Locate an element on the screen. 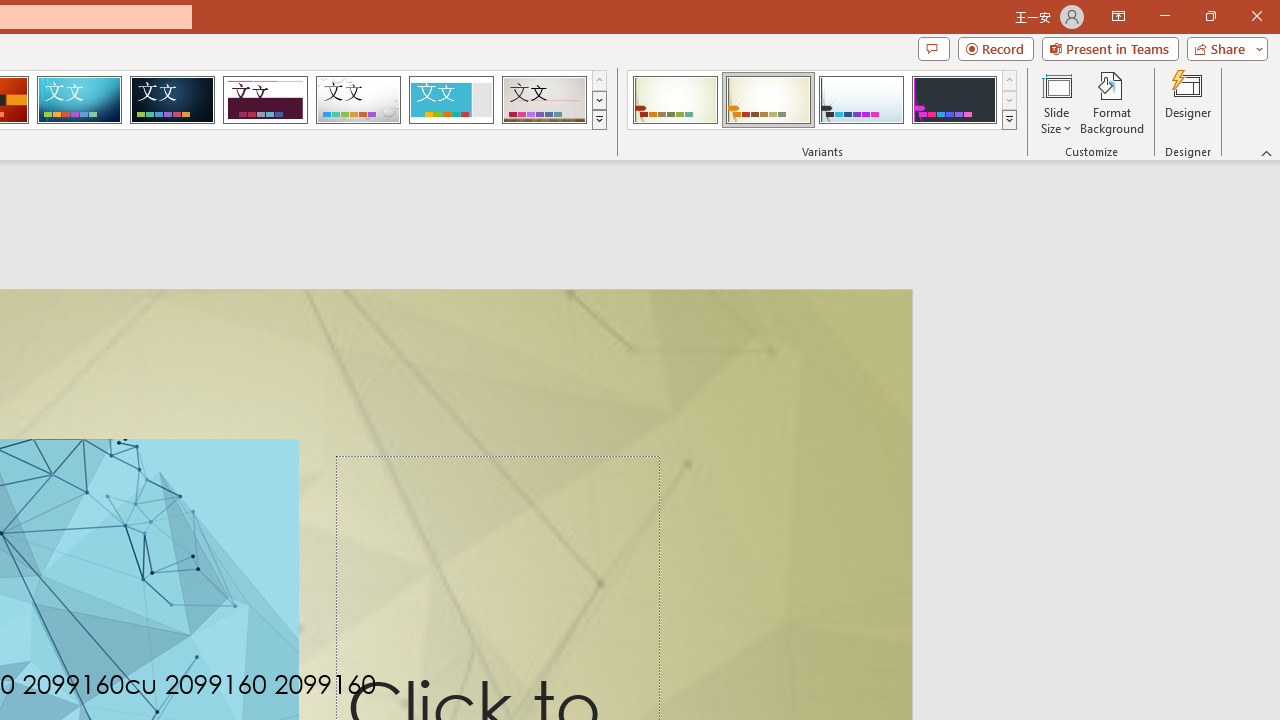 The height and width of the screenshot is (720, 1280). 'AutomationID: ThemeVariantsGallery' is located at coordinates (823, 100).